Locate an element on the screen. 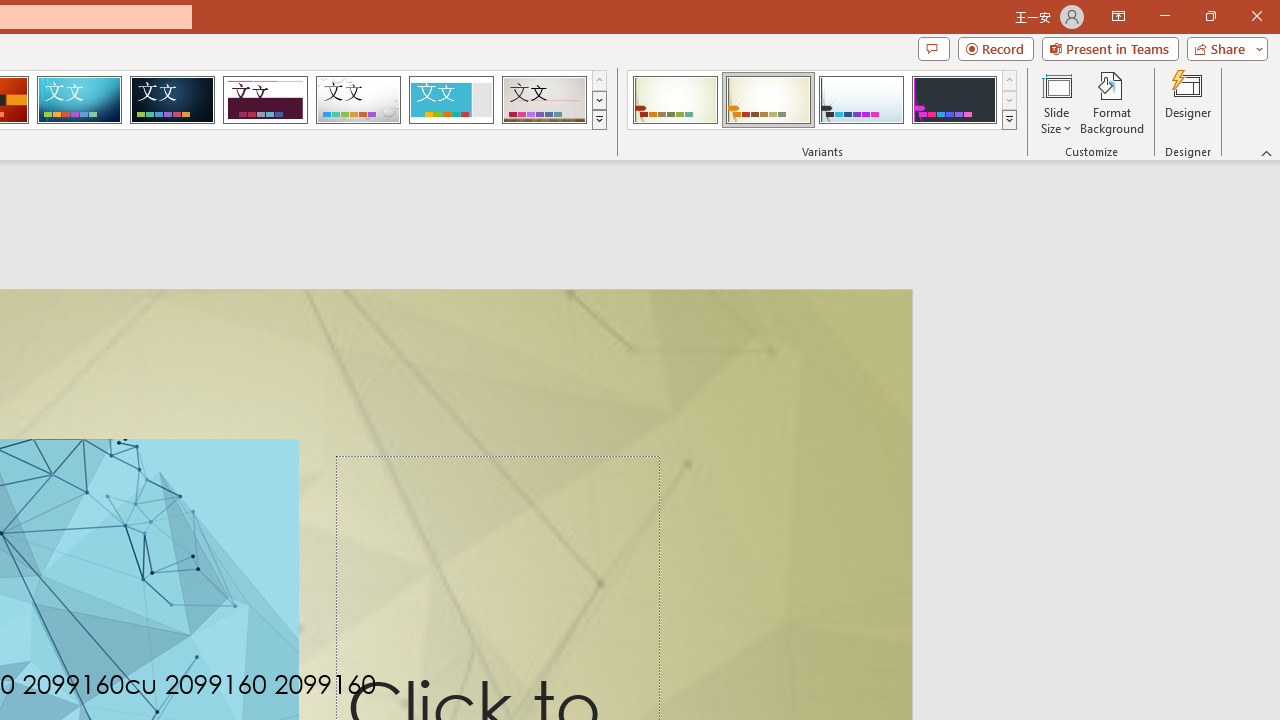 The height and width of the screenshot is (720, 1280). 'AutomationID: ThemeVariantsGallery' is located at coordinates (823, 100).